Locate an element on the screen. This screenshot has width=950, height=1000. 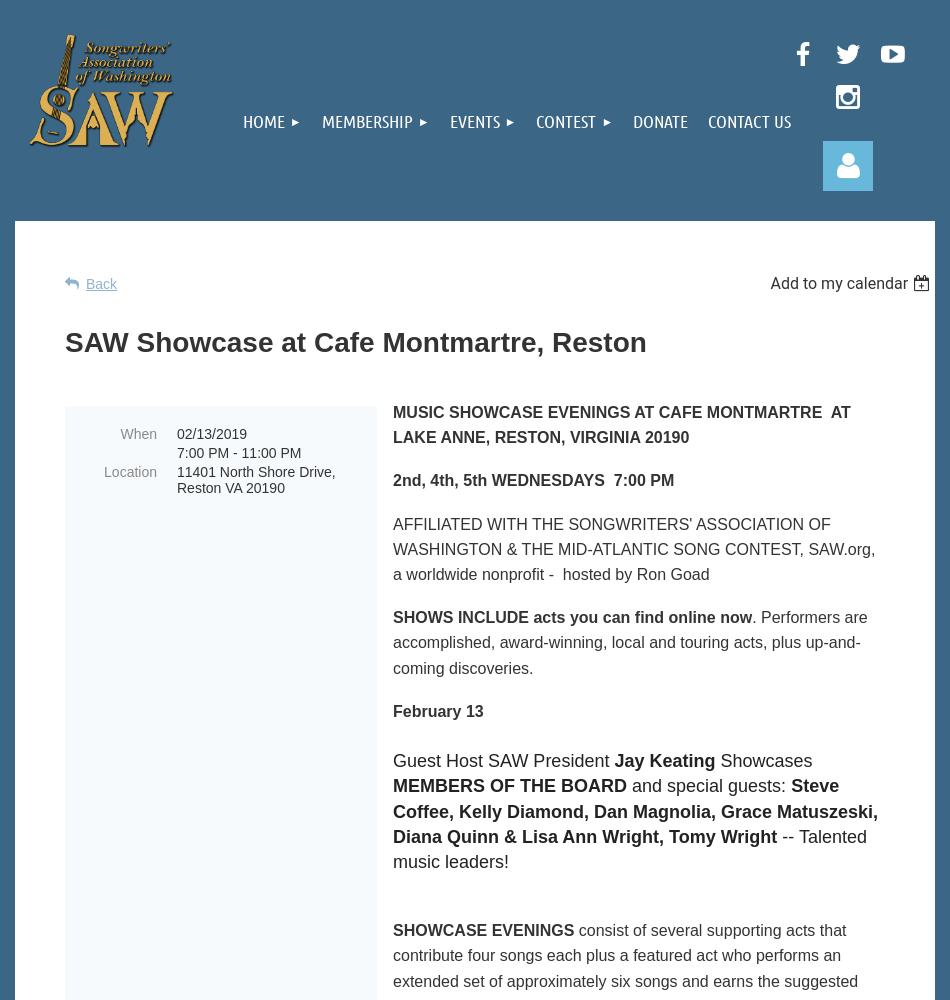
'Donate' is located at coordinates (660, 120).